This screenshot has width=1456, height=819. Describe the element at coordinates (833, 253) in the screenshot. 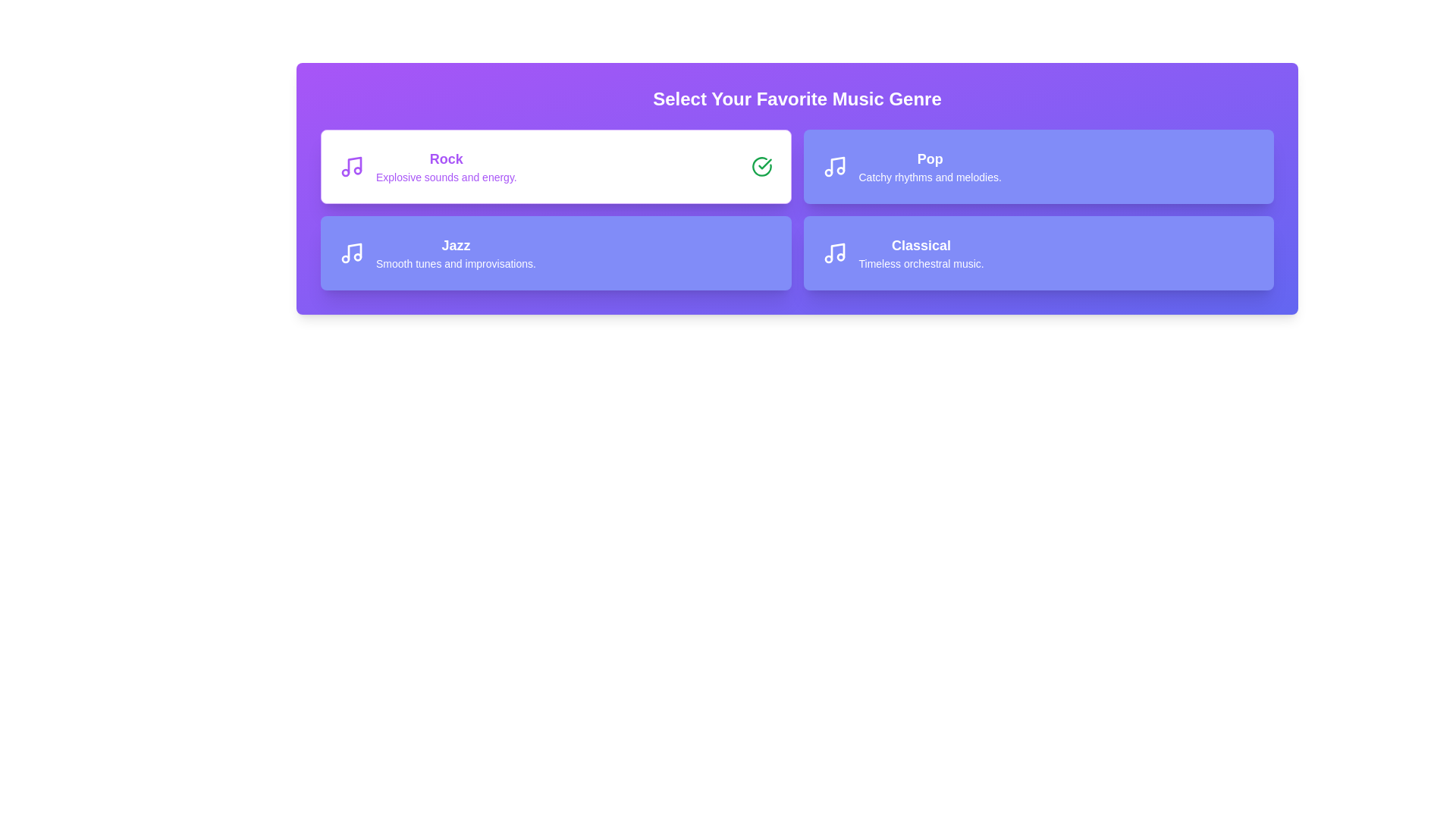

I see `the icon representing the 'Classical' category located in the top-left corner of the card labeled 'Classical', which is positioned on the bottom-right of the grid layout containing four cards` at that location.